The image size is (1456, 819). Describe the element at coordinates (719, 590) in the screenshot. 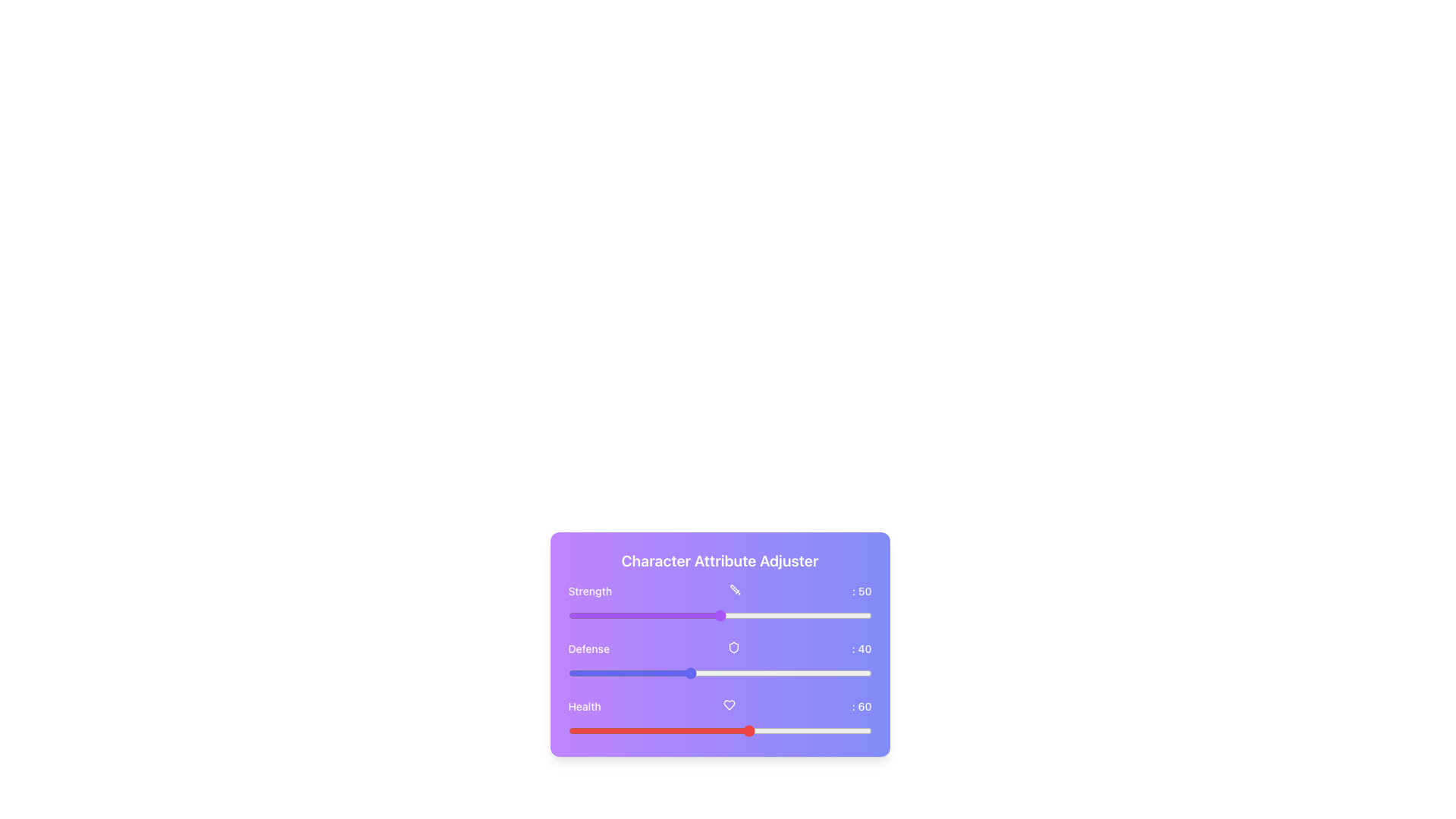

I see `the 'Strength : 50' text element with a sword icon, which is located at the top of the 'Character Attribute Adjuster' card, above the 'Defense' slider` at that location.